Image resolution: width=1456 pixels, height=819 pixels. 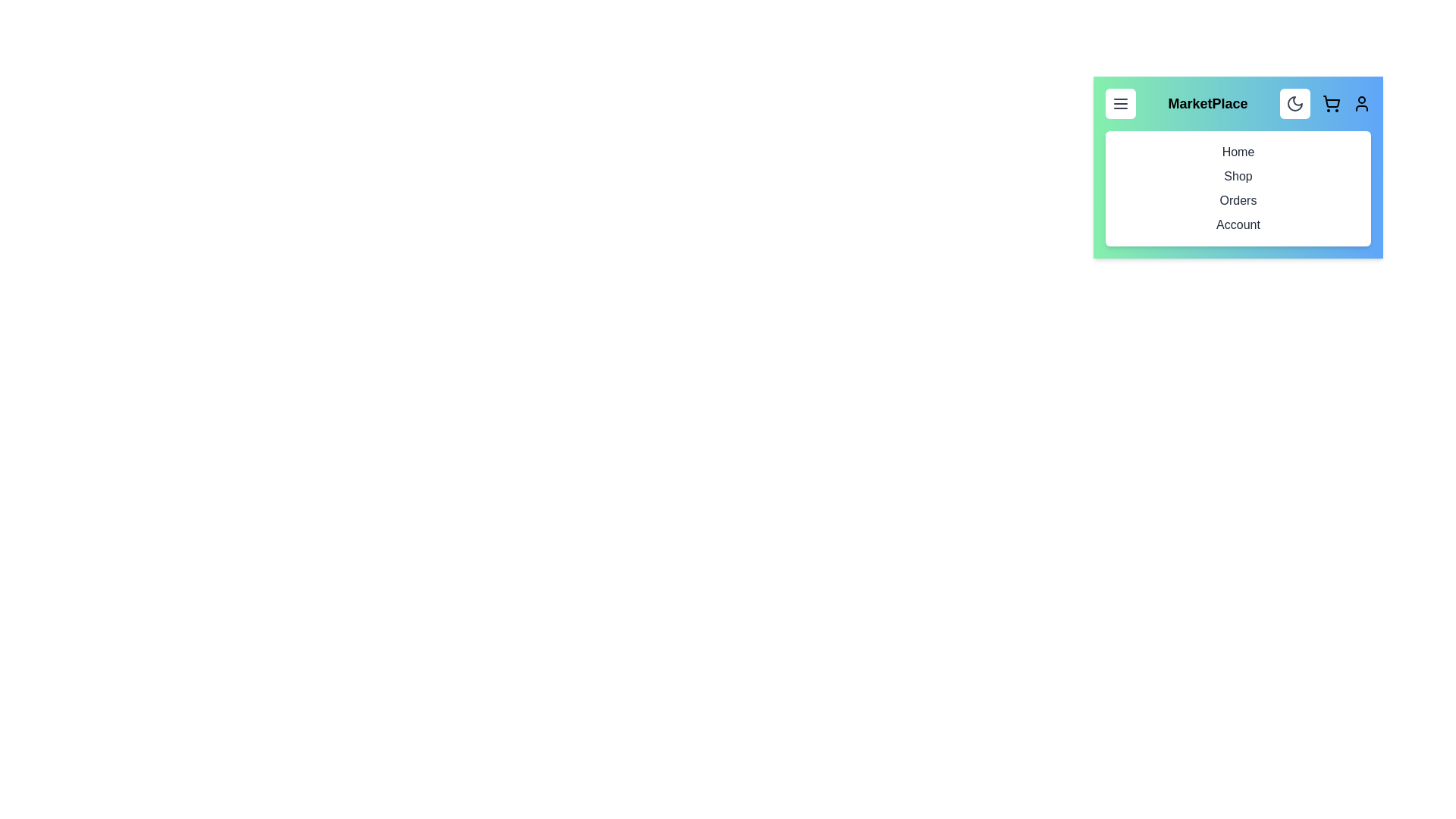 What do you see at coordinates (1238, 200) in the screenshot?
I see `the menu item corresponding to Orders` at bounding box center [1238, 200].